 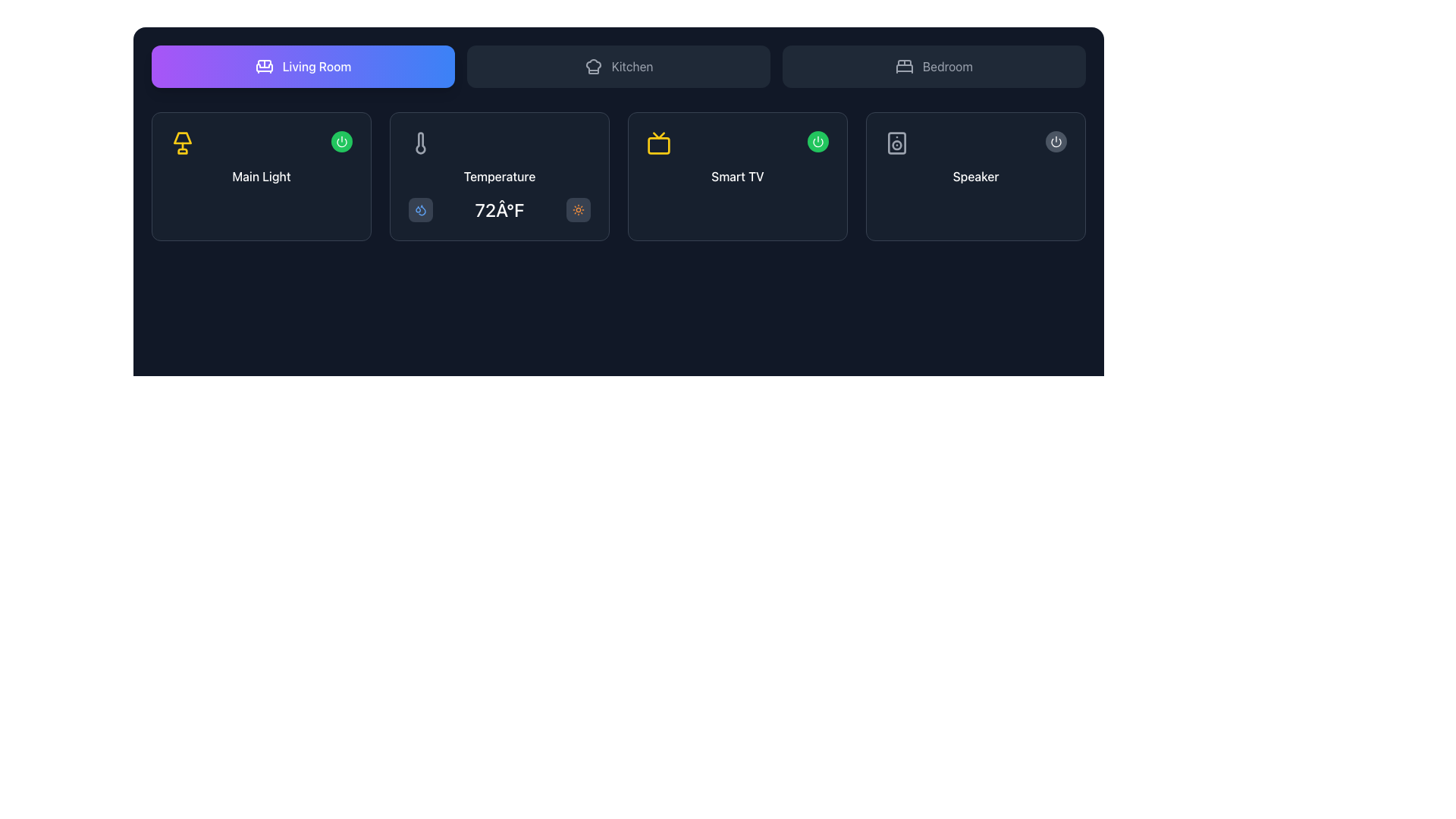 I want to click on the 'Living Room' button, which is a stylized rectangular tab featuring a gradient from purple to blue, located in the upper left area of the interface, so click(x=303, y=66).